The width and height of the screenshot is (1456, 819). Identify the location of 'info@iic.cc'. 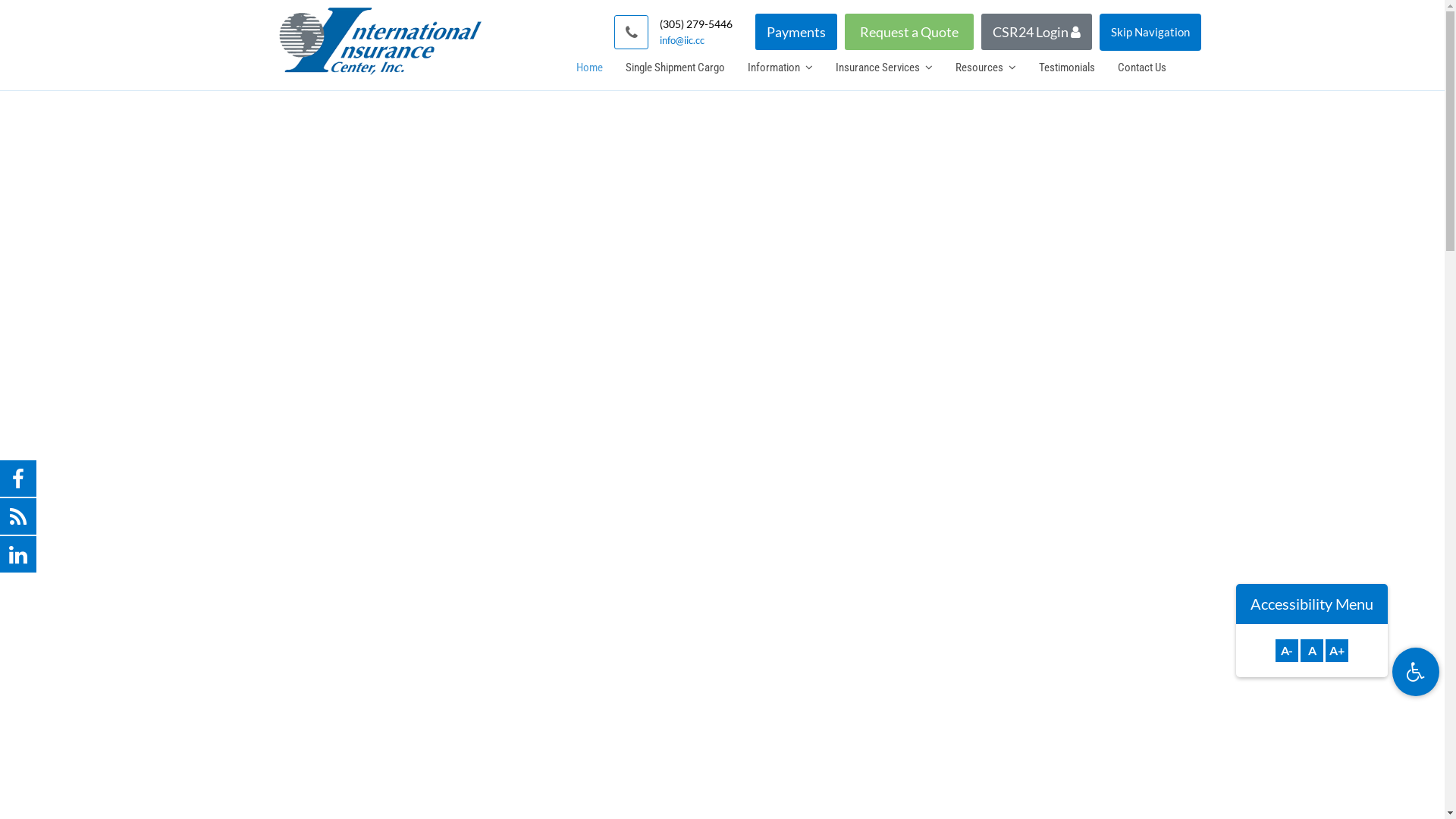
(695, 39).